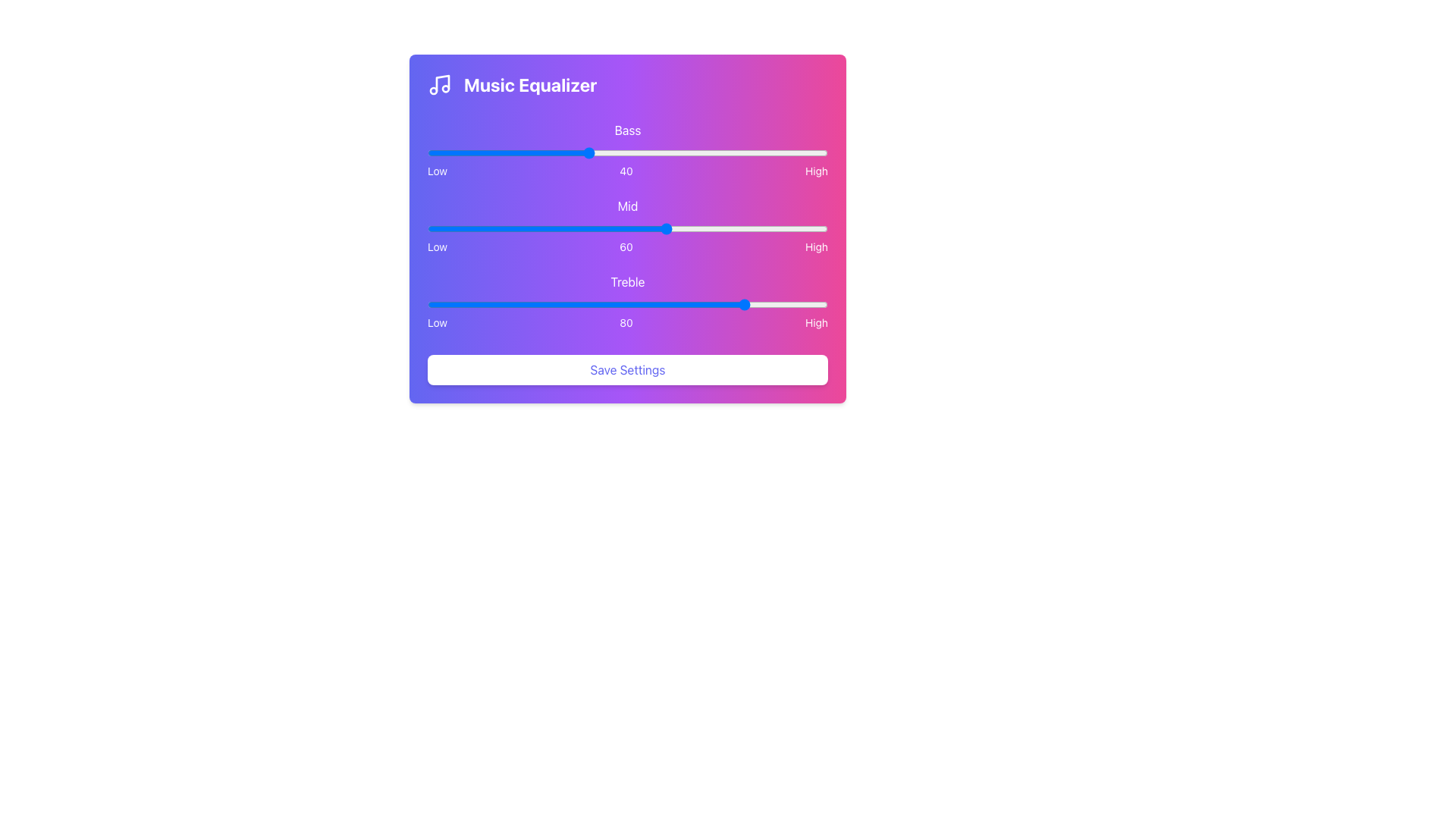 The width and height of the screenshot is (1456, 819). What do you see at coordinates (438, 228) in the screenshot?
I see `mid-range frequency` at bounding box center [438, 228].